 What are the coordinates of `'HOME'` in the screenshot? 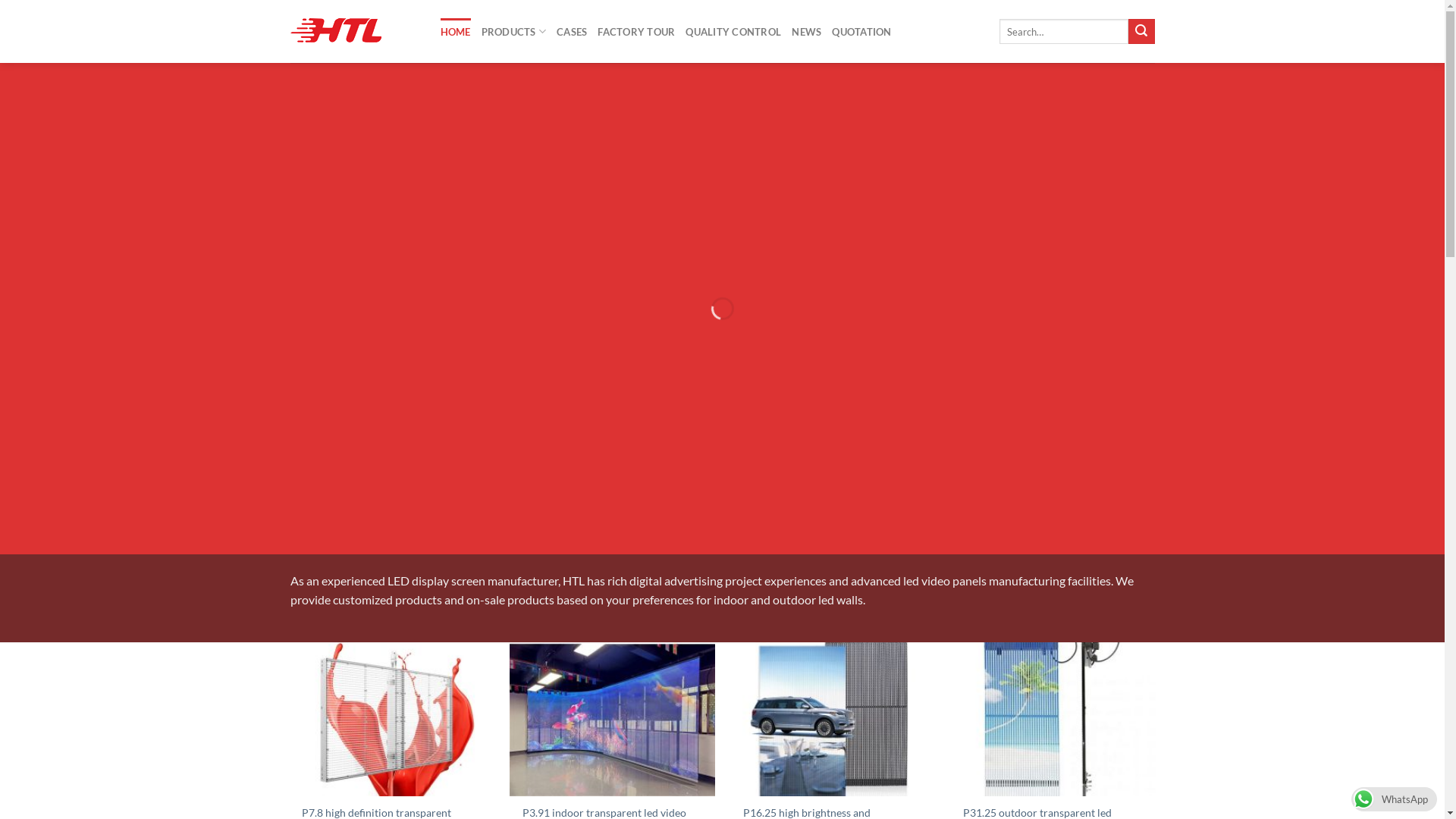 It's located at (439, 32).